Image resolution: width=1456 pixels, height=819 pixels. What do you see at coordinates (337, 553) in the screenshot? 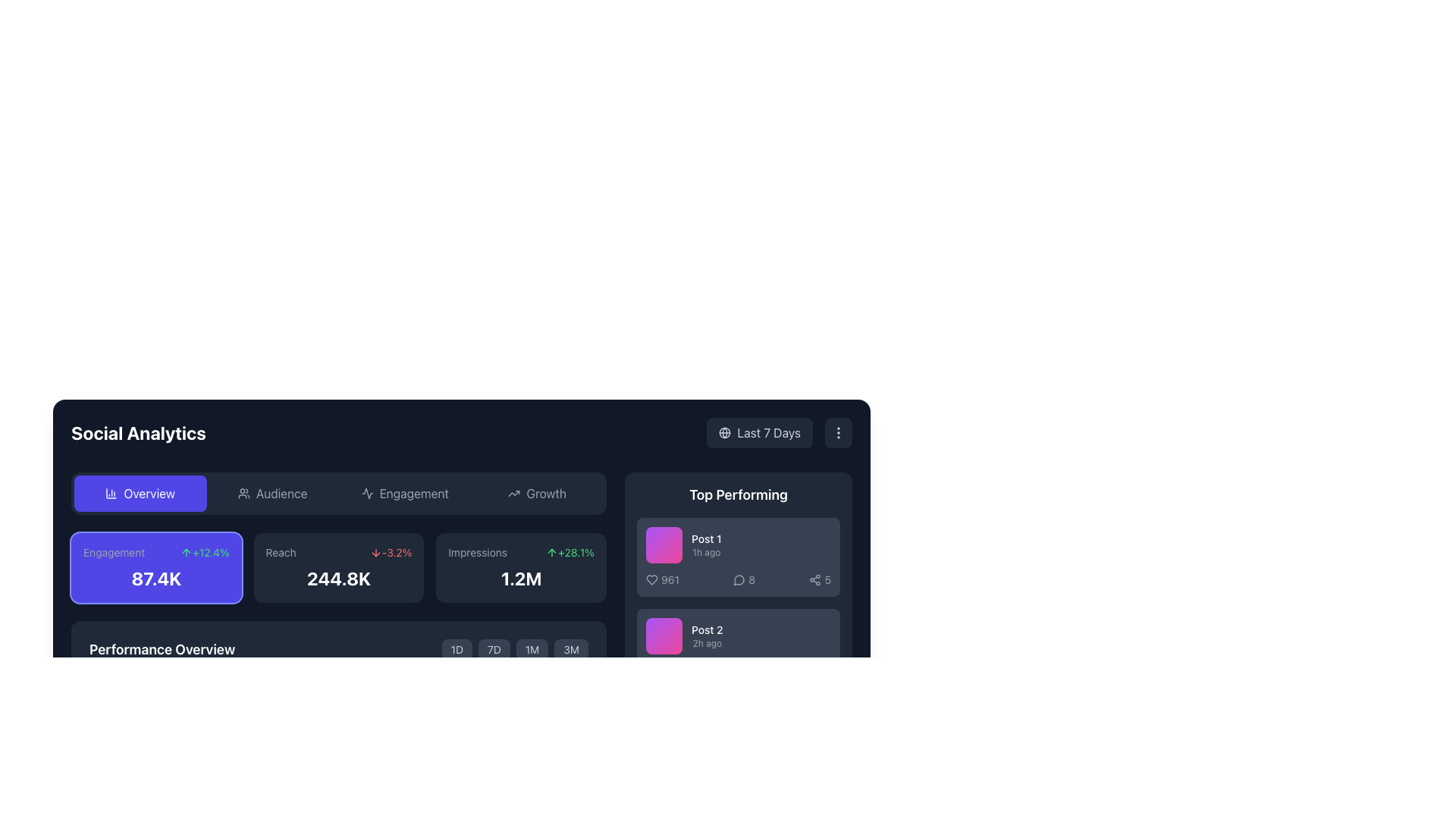
I see `the Label-Value Group with Icon displaying the label 'Reach' and the percentage value '-3.2%', which is styled with gray and red text respectively, located in a dark-themed card above the number '244.8K'` at bounding box center [337, 553].